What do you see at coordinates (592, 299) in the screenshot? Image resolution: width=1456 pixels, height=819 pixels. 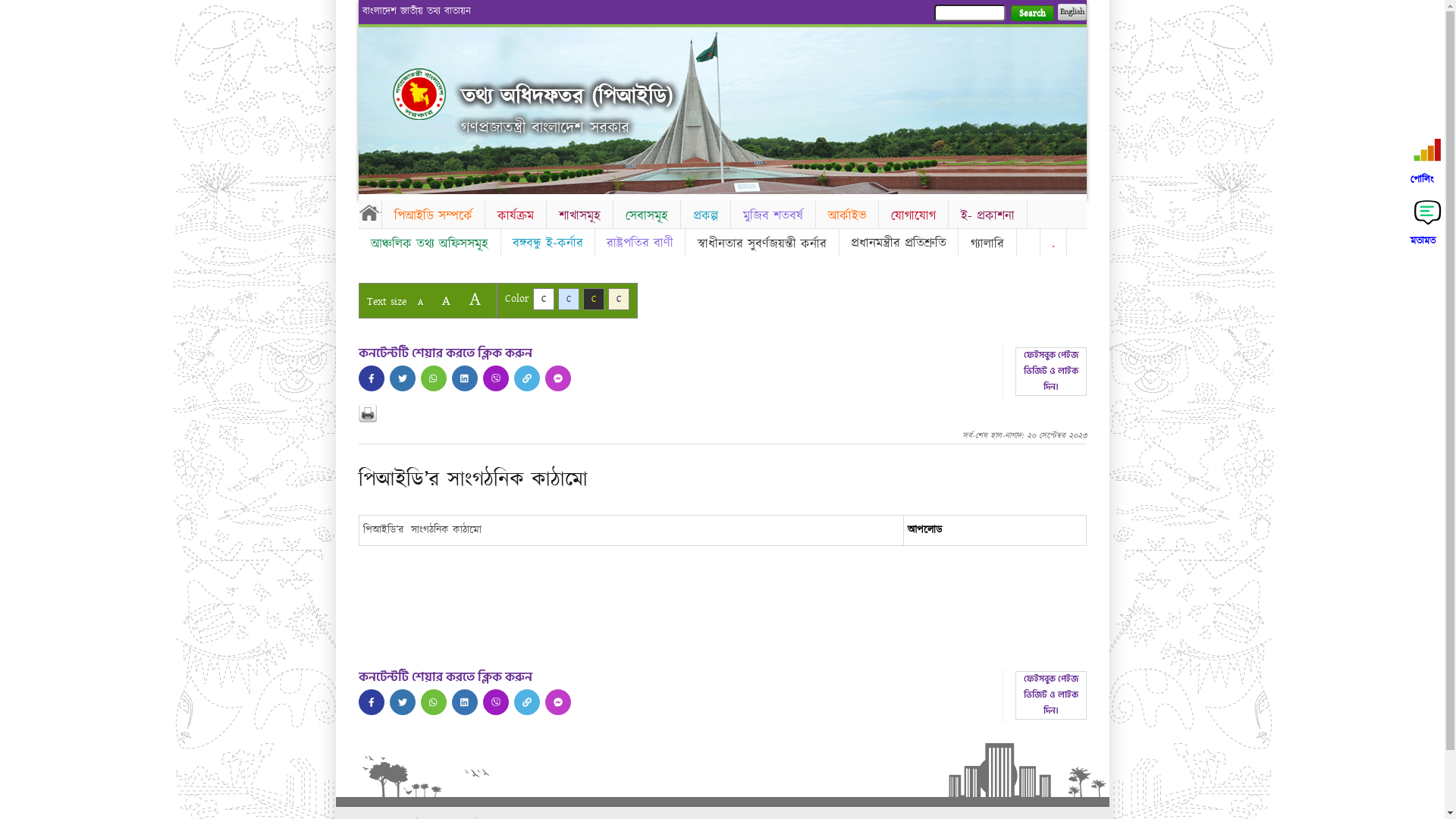 I see `'C'` at bounding box center [592, 299].